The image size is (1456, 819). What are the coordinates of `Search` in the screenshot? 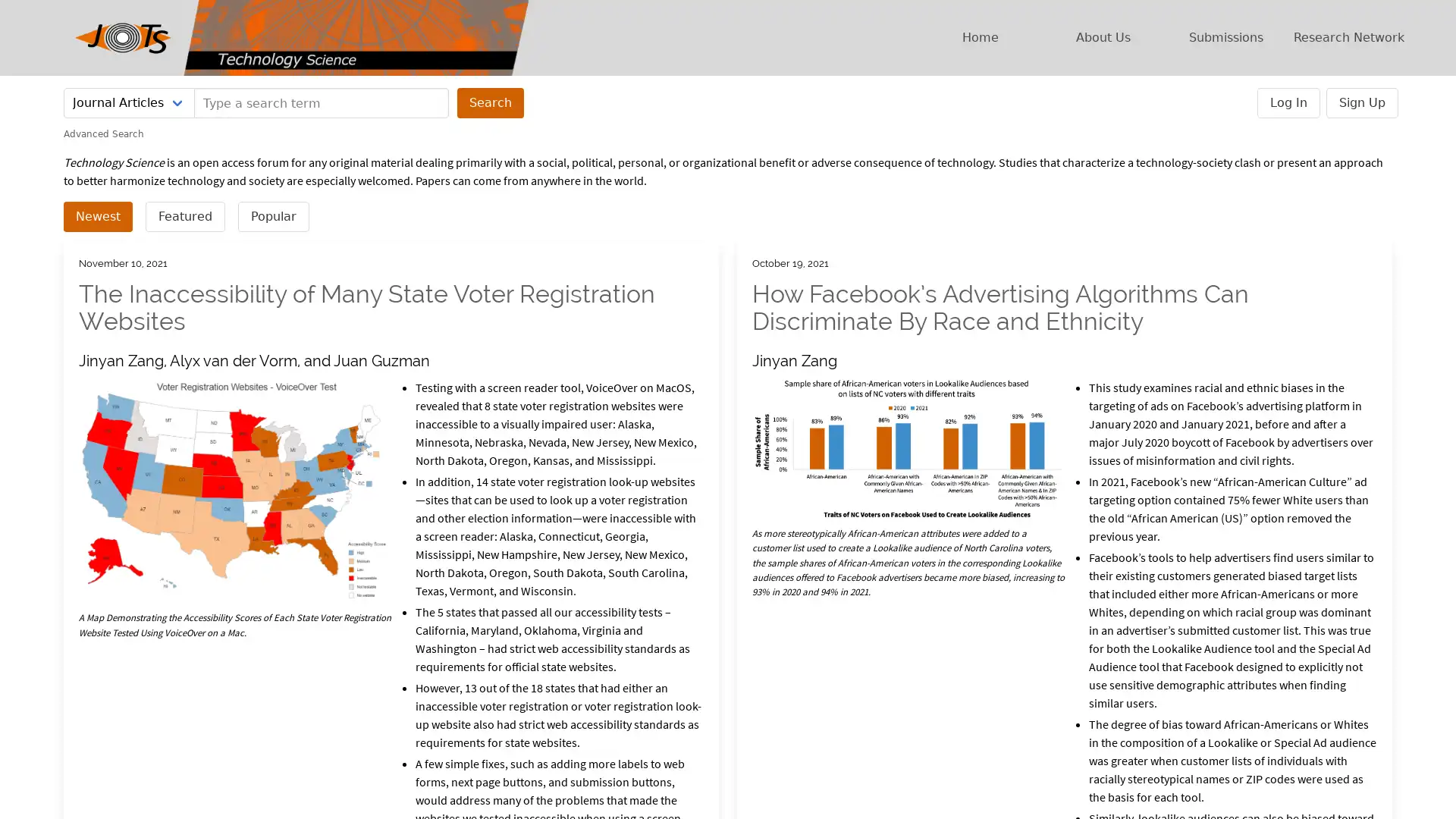 It's located at (491, 102).